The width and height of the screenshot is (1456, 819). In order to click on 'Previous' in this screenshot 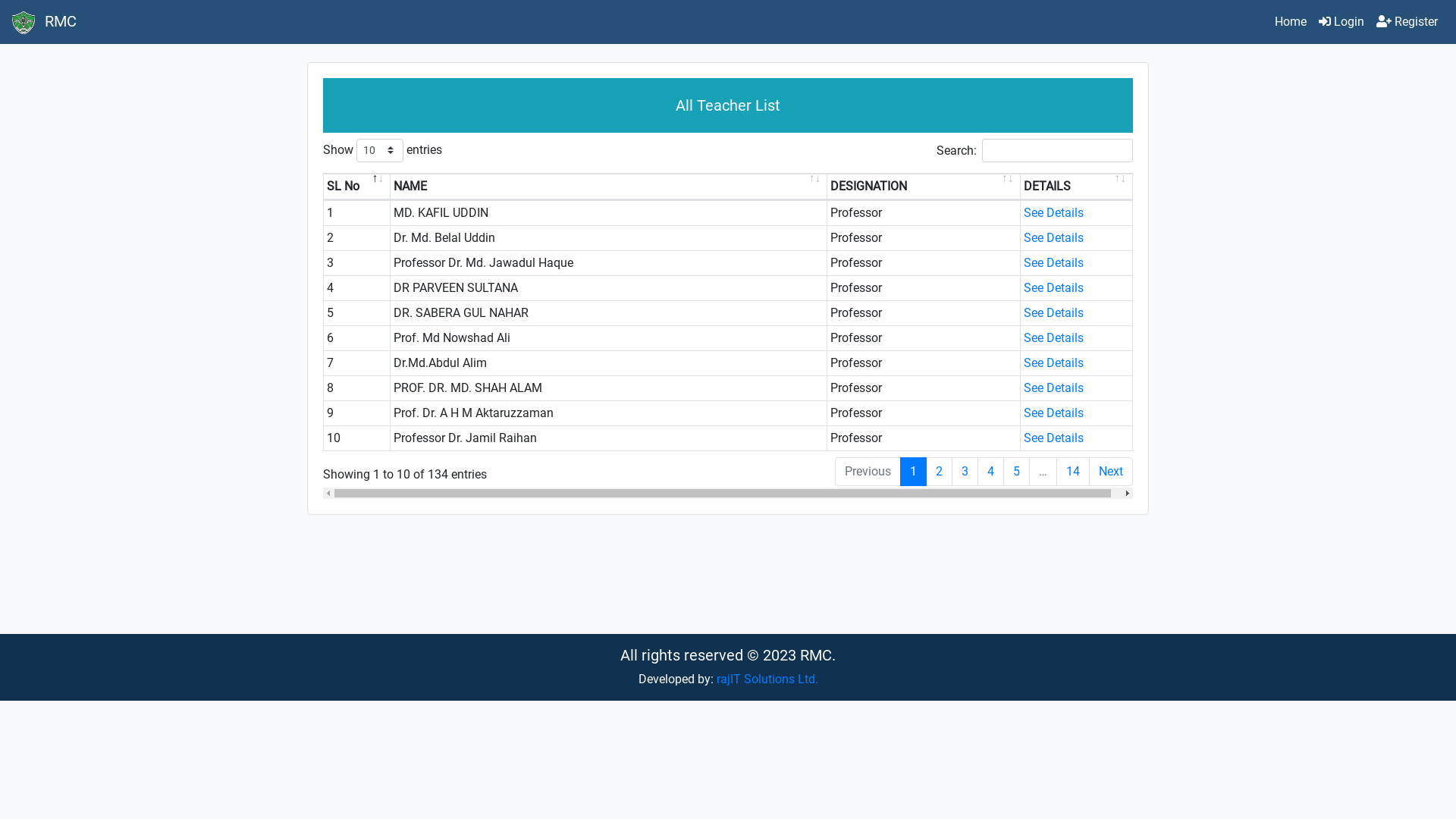, I will do `click(868, 470)`.